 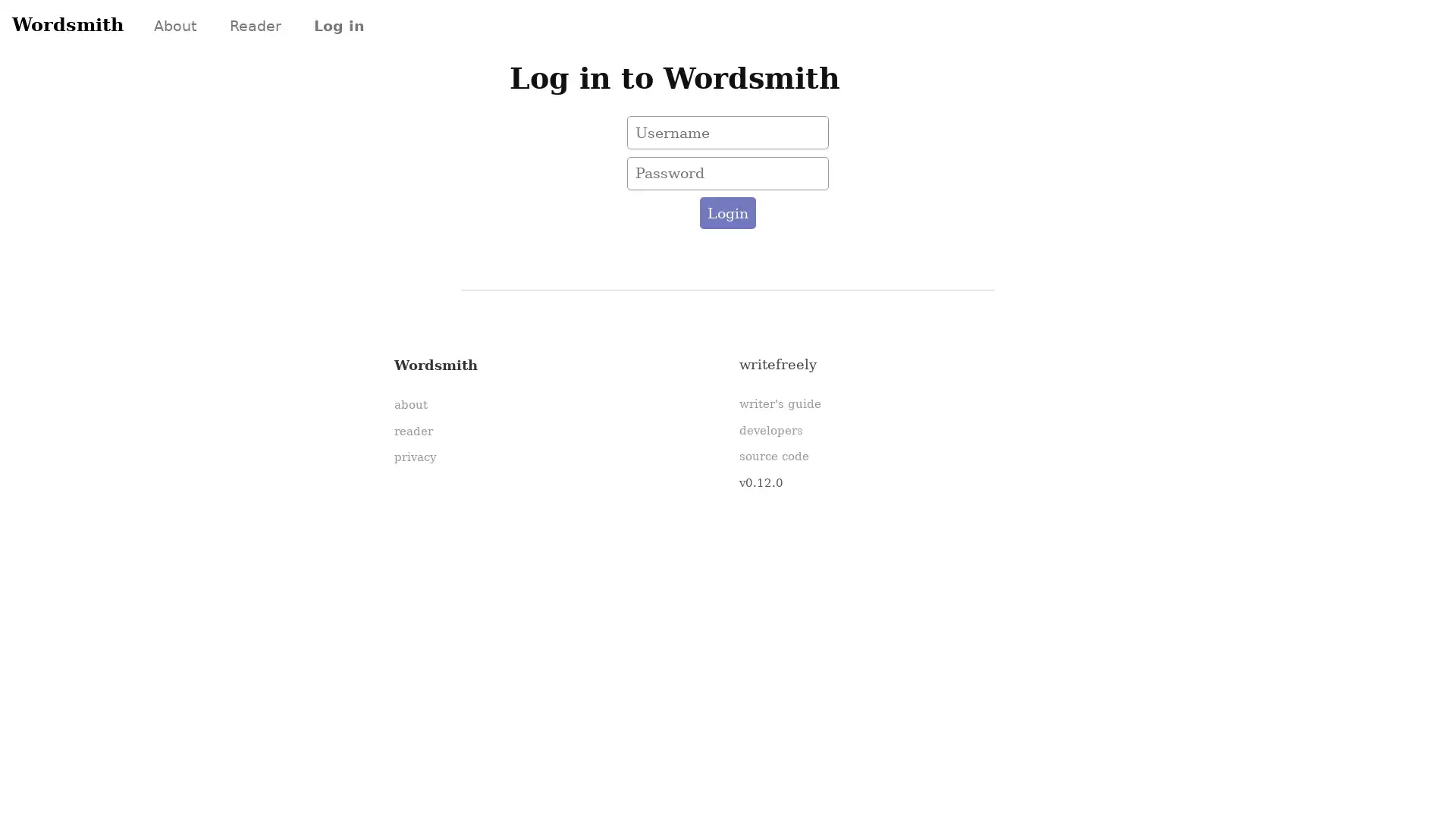 What do you see at coordinates (726, 213) in the screenshot?
I see `Login` at bounding box center [726, 213].